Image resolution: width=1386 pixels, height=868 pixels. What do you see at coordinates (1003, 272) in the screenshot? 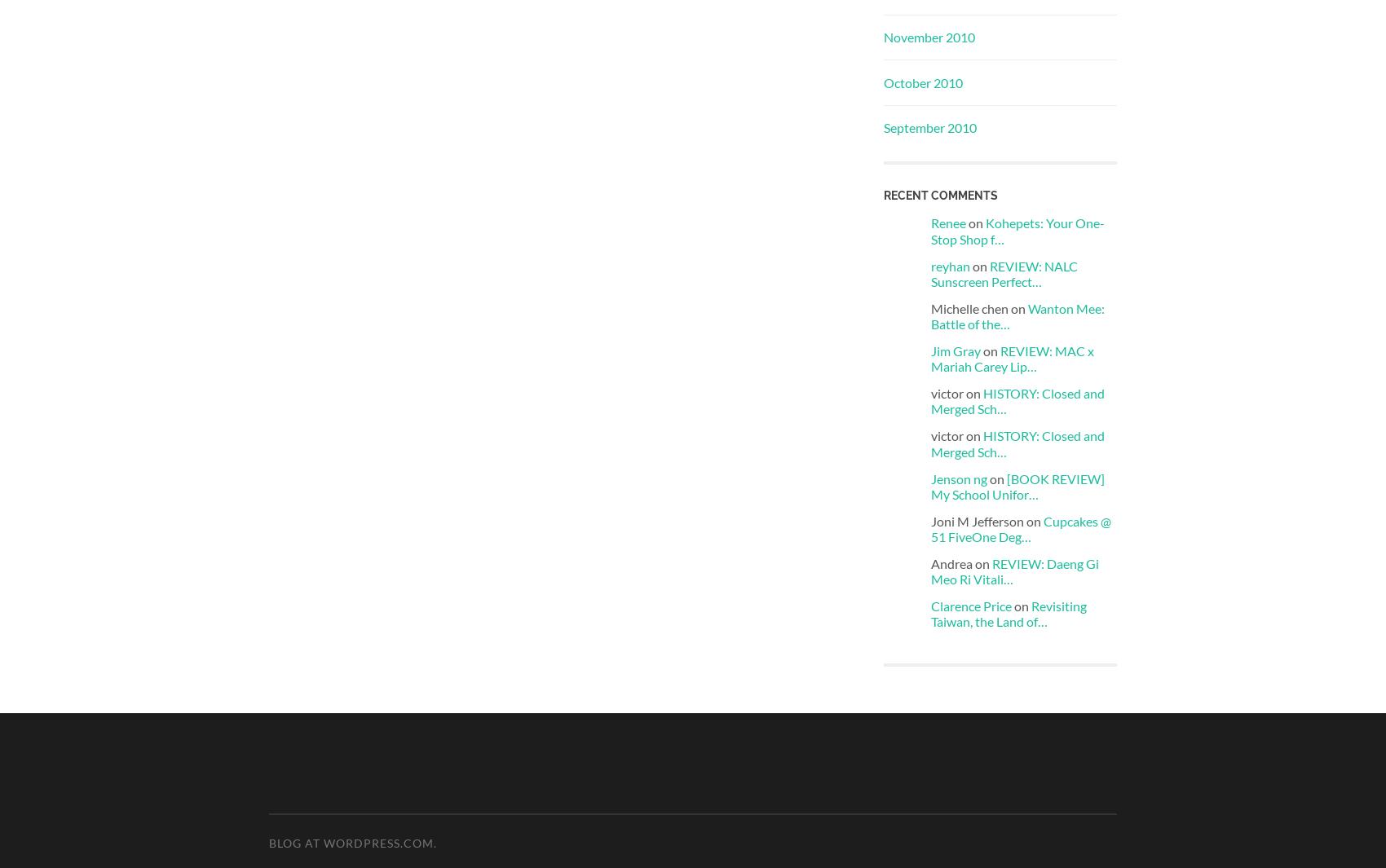
I see `'REVIEW: NALC Sunscreen Perfect…'` at bounding box center [1003, 272].